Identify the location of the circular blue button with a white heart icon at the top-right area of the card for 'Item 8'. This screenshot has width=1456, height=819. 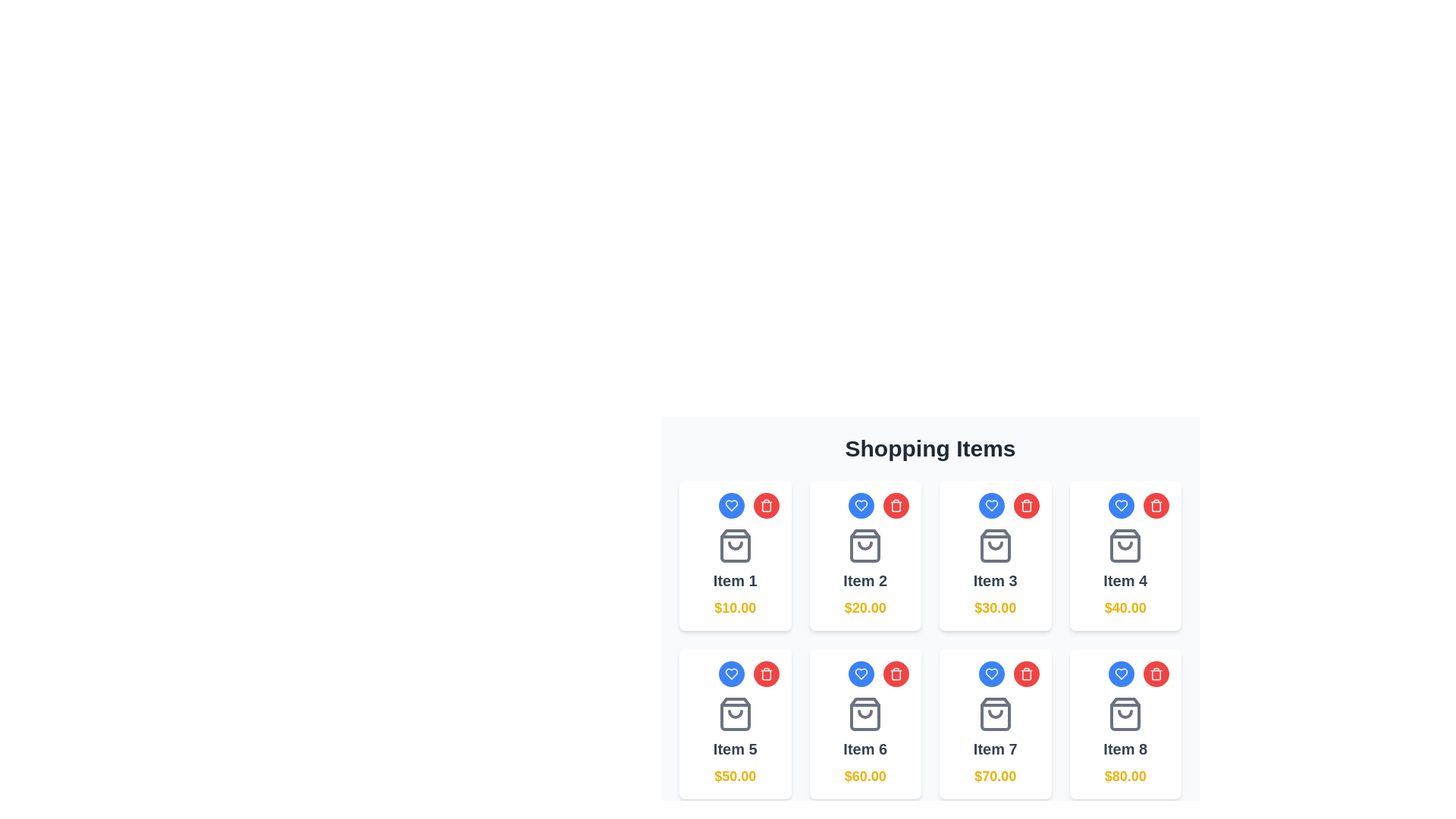
(1121, 673).